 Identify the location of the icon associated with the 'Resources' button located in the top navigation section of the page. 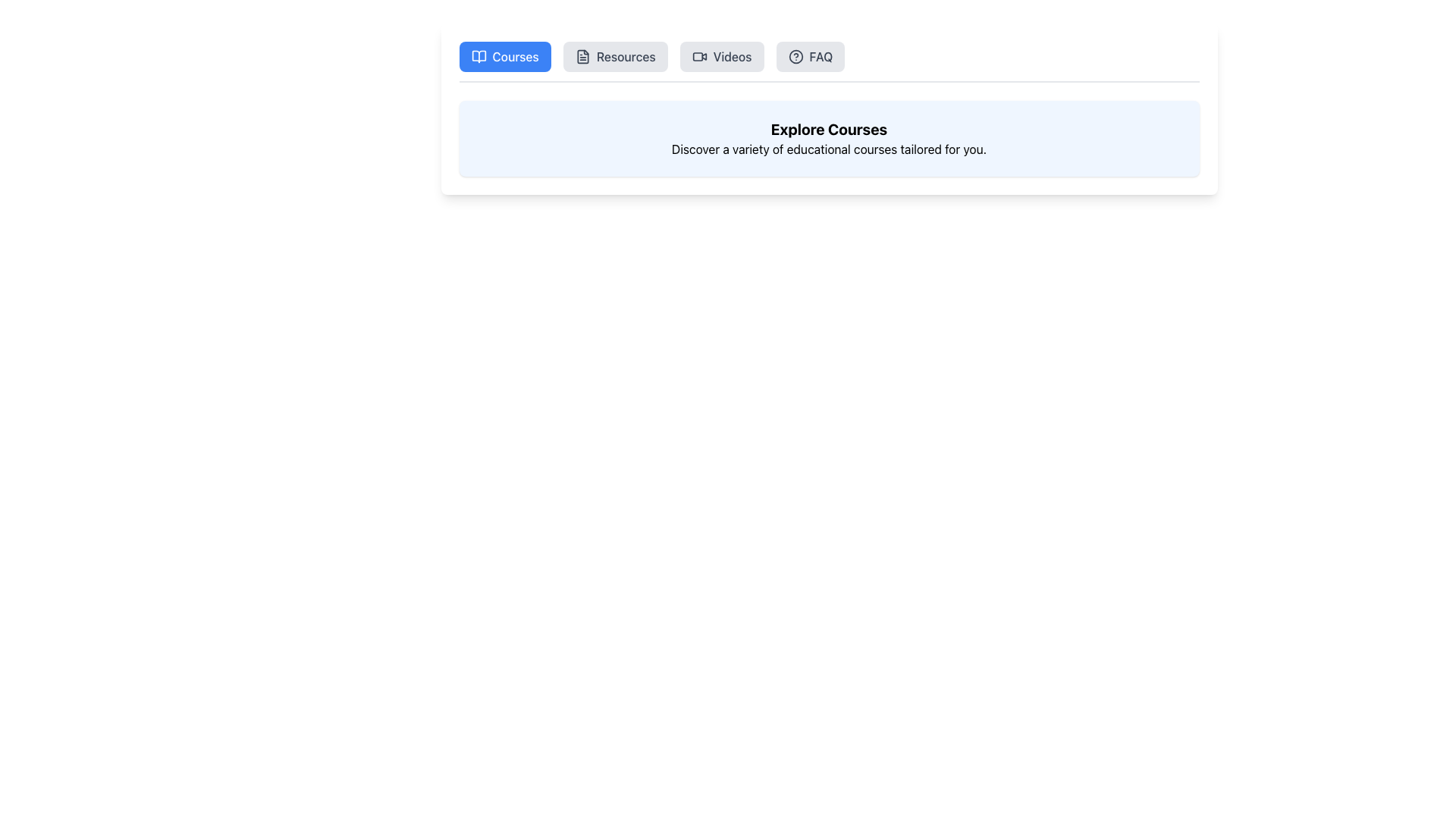
(582, 55).